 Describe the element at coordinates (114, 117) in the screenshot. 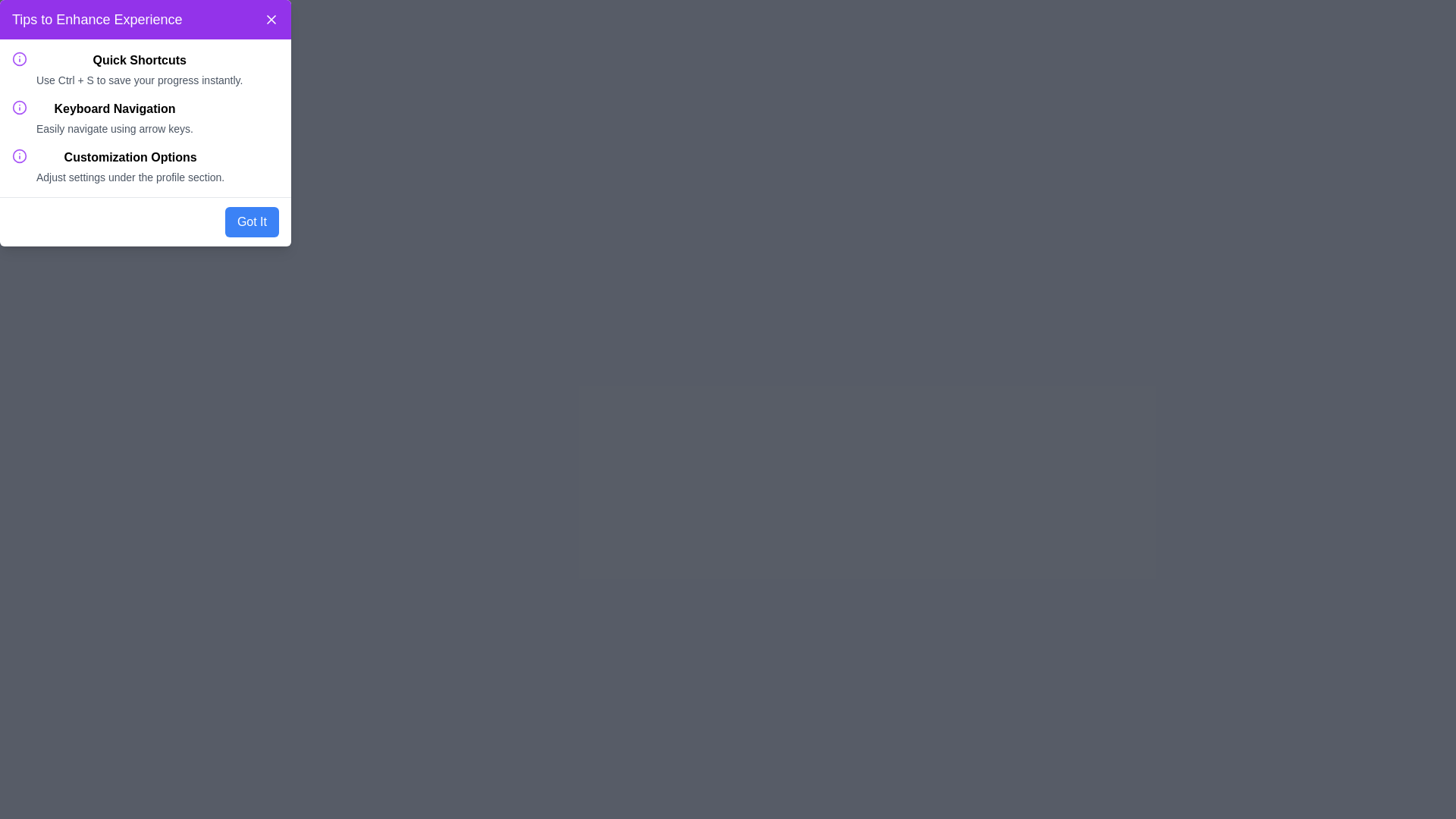

I see `the informative text block that describes keyboard navigation using arrow keys, located below 'Quick Shortcuts' and above 'Customization Options' in a dialog box` at that location.